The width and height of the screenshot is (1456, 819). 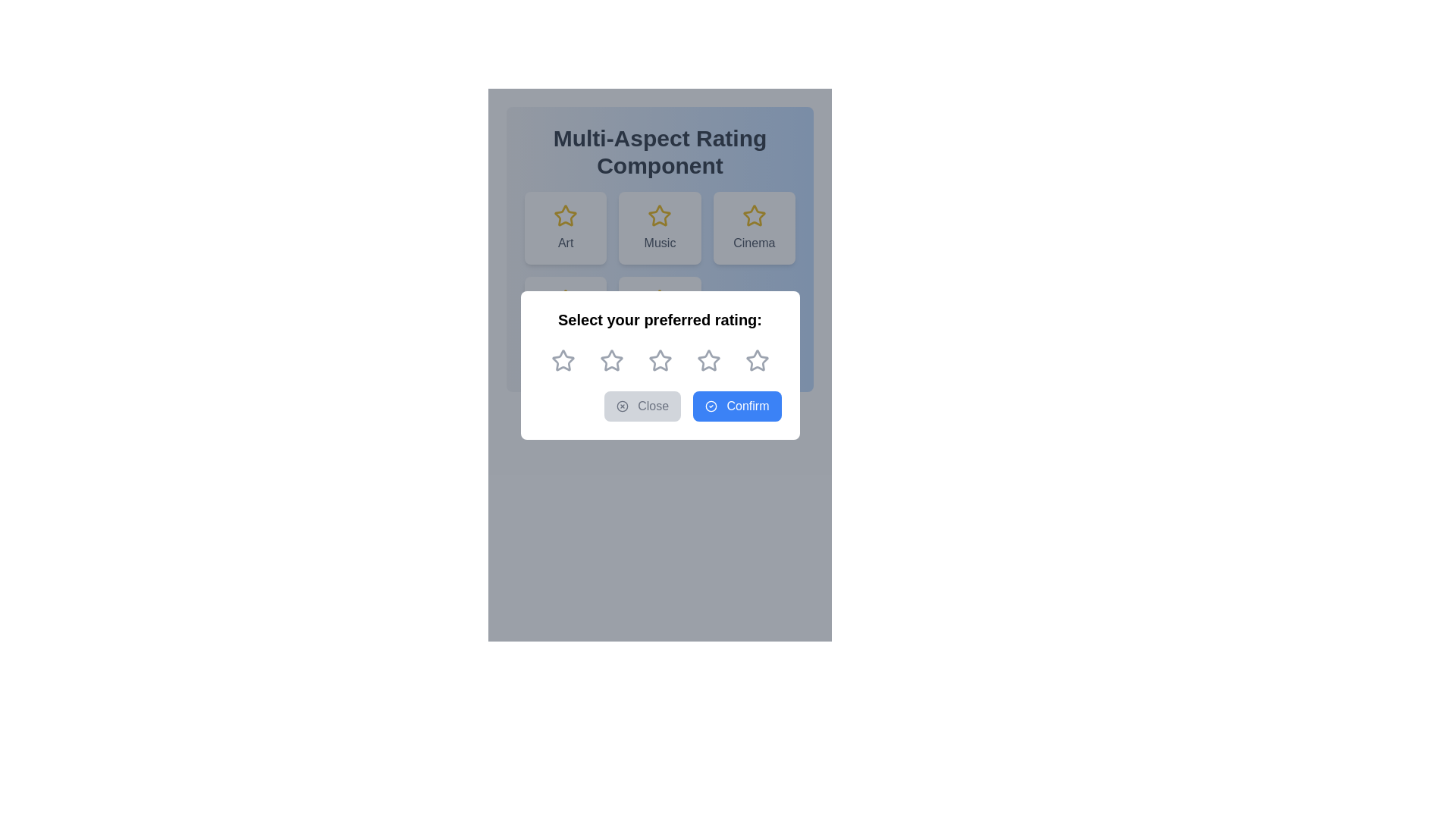 I want to click on the fourth star in the rating system, so click(x=708, y=360).